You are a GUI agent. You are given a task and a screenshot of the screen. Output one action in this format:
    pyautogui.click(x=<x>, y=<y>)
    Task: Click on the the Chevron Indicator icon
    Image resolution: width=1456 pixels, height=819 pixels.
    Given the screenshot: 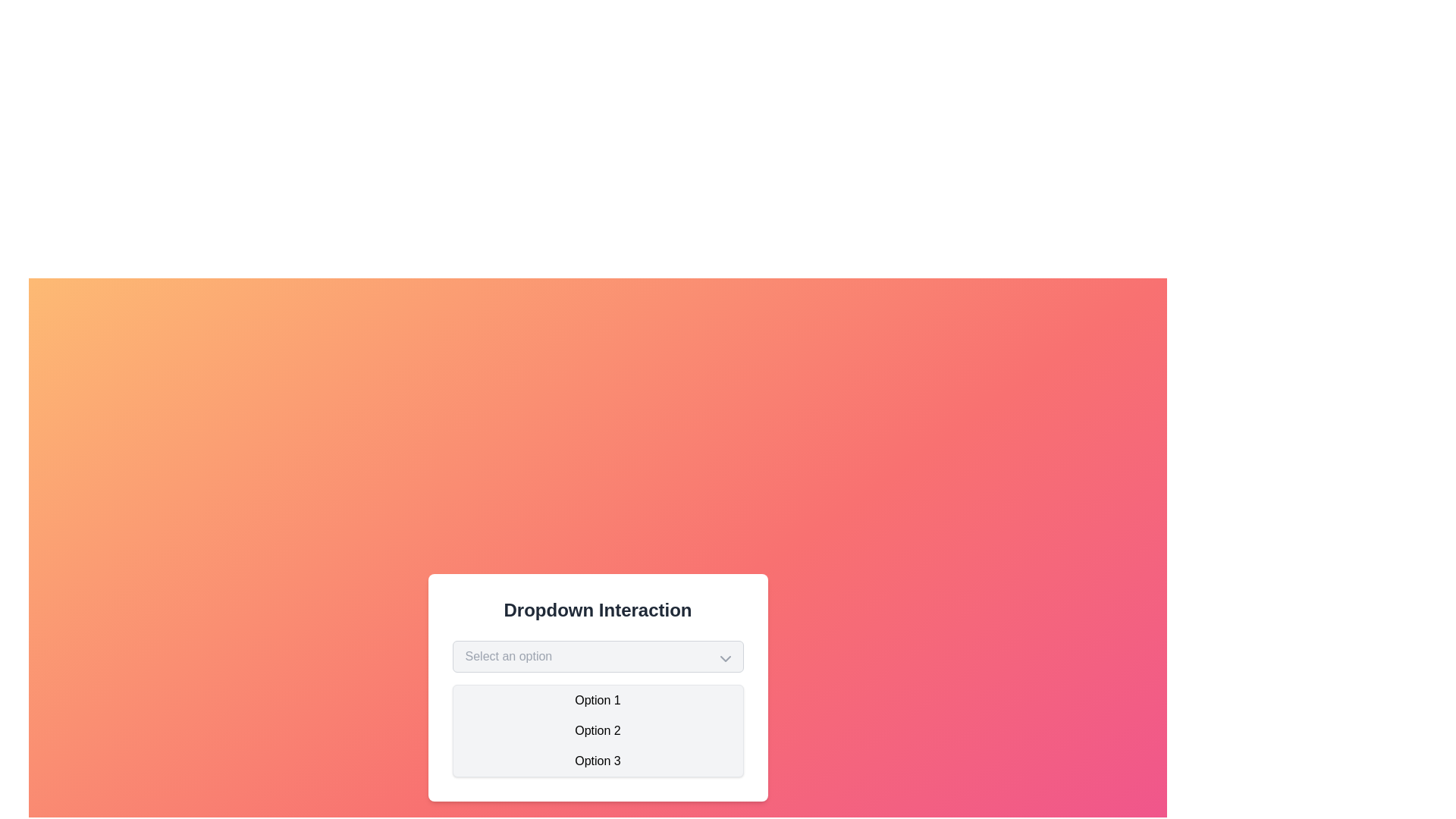 What is the action you would take?
    pyautogui.click(x=724, y=657)
    